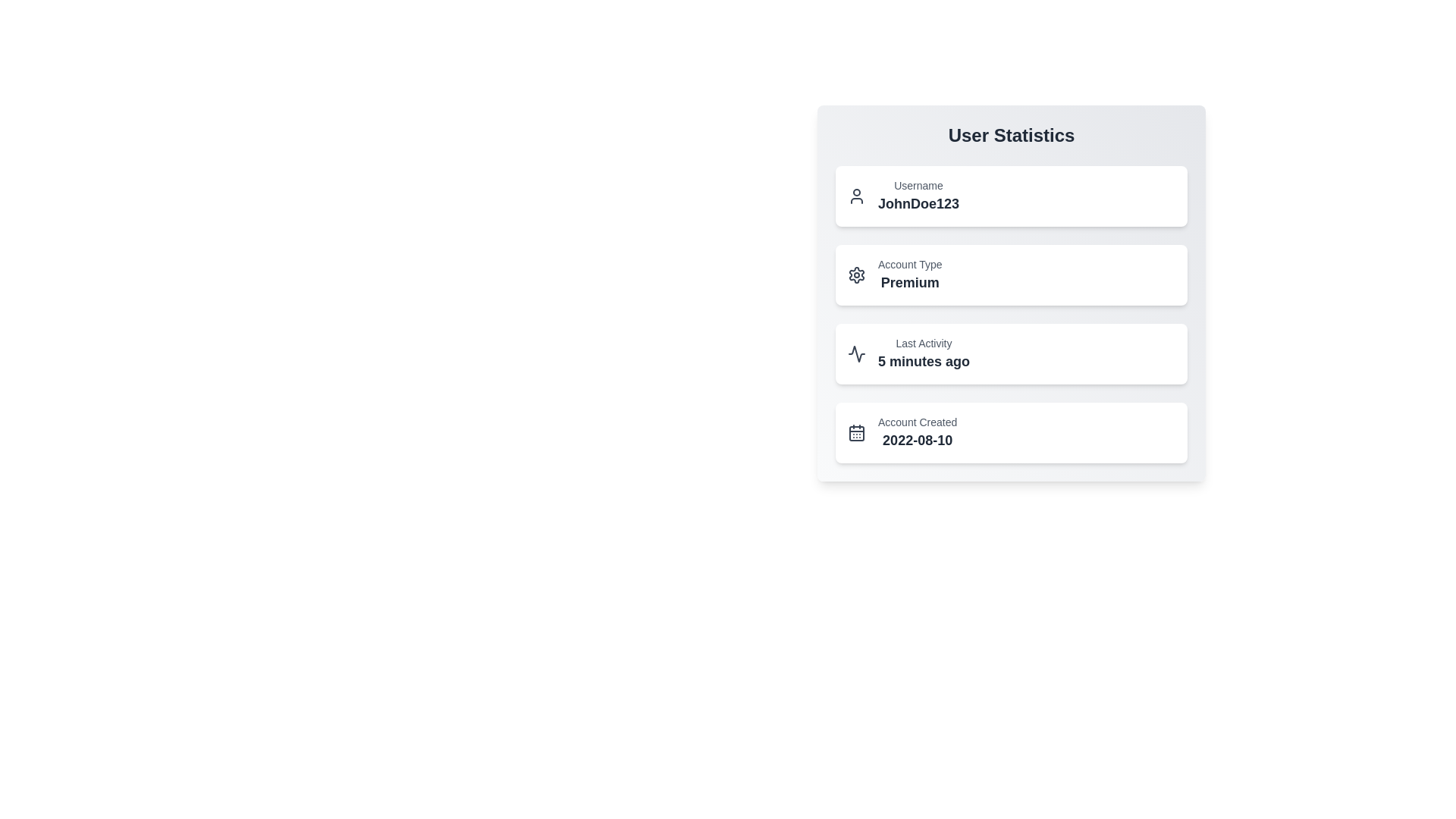  I want to click on the 'Account Type' text label, which is displayed in gray color and located under 'User Statistics' above the text 'Premium', so click(910, 263).